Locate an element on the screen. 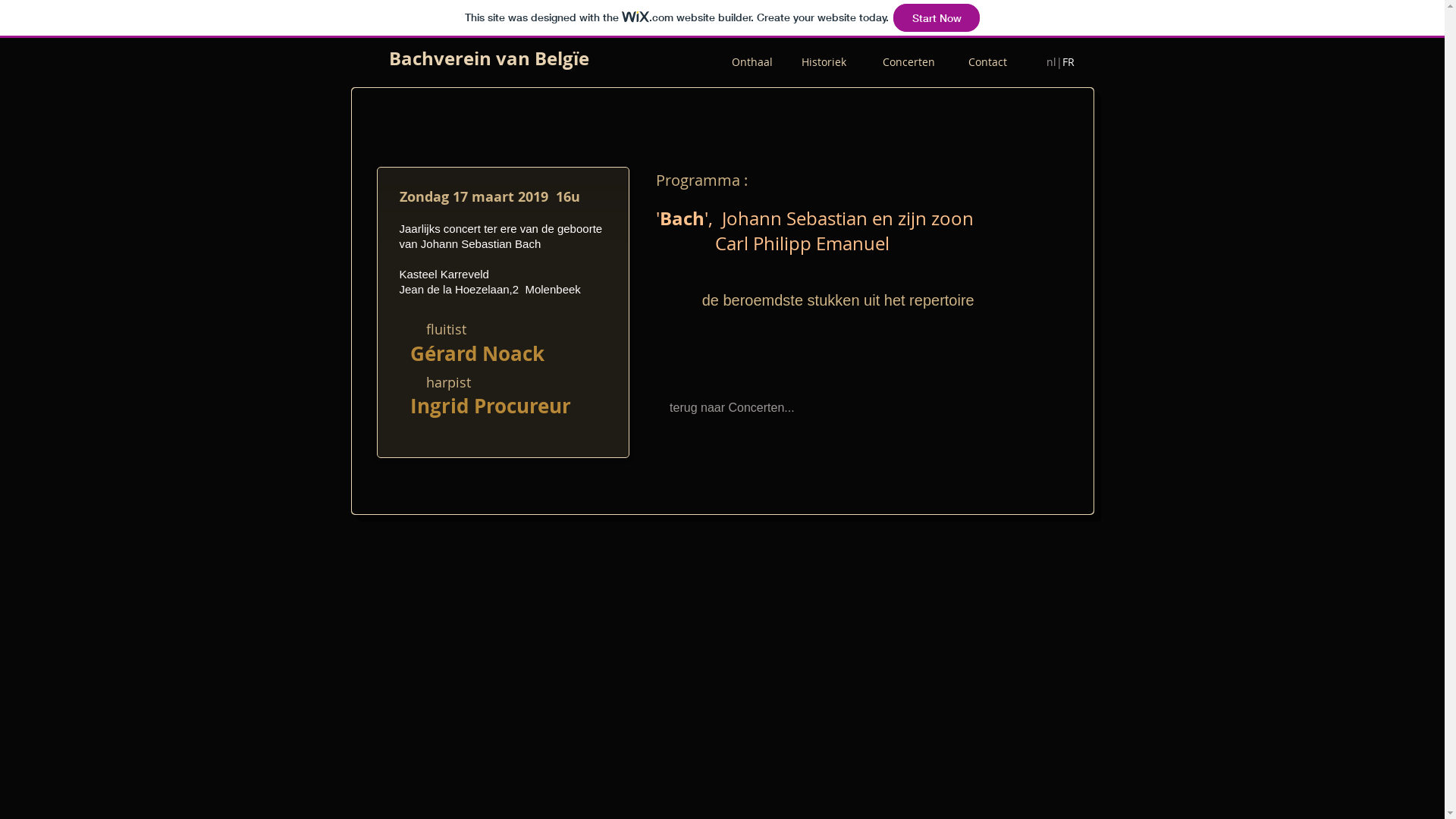 The width and height of the screenshot is (1456, 819). 'Concerten           ' is located at coordinates (924, 61).